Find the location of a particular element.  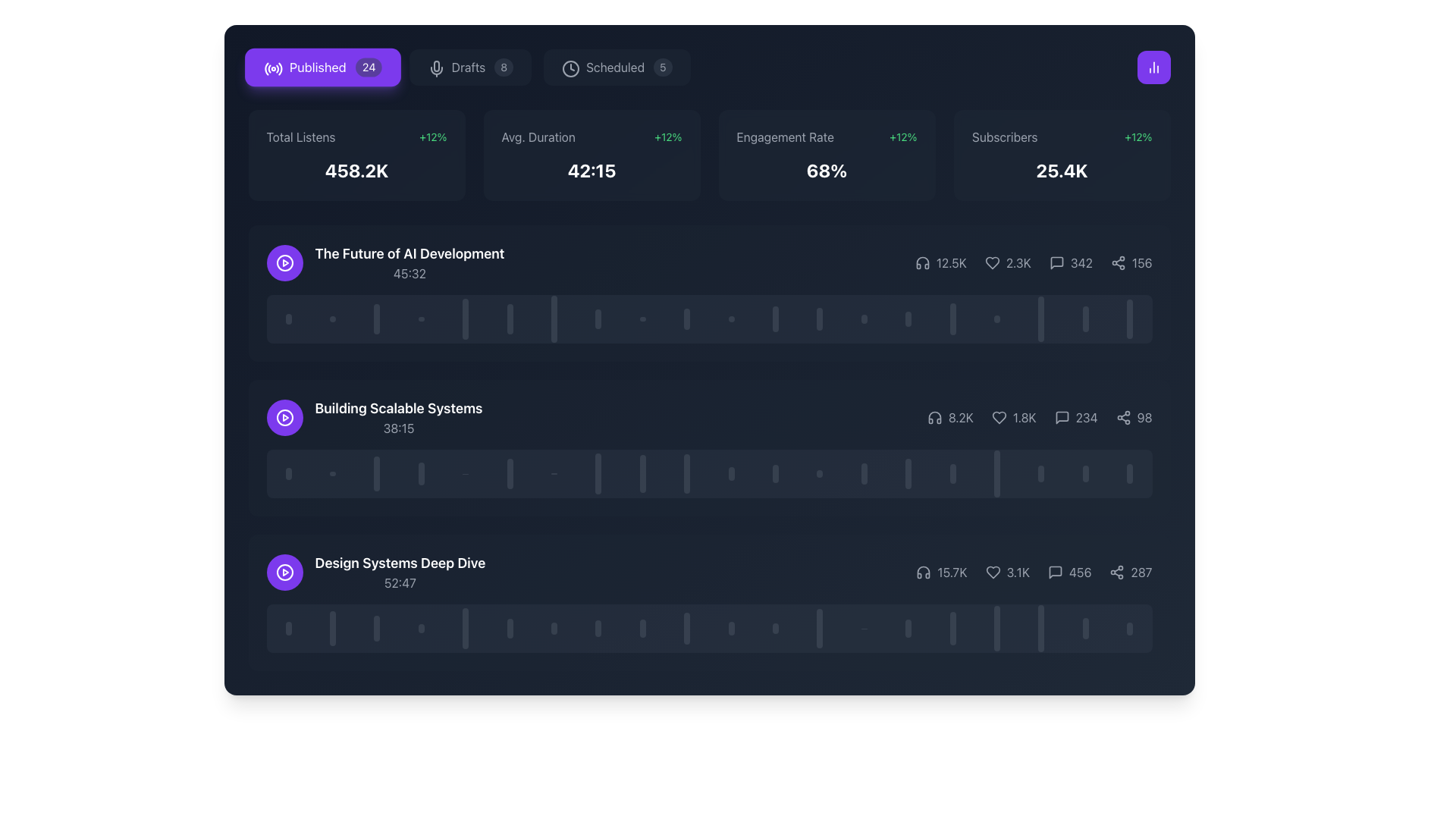

the fourteenth vertical bar in the lower section of the panel interface, which serves as a visual indicator or graphical representation is located at coordinates (908, 629).